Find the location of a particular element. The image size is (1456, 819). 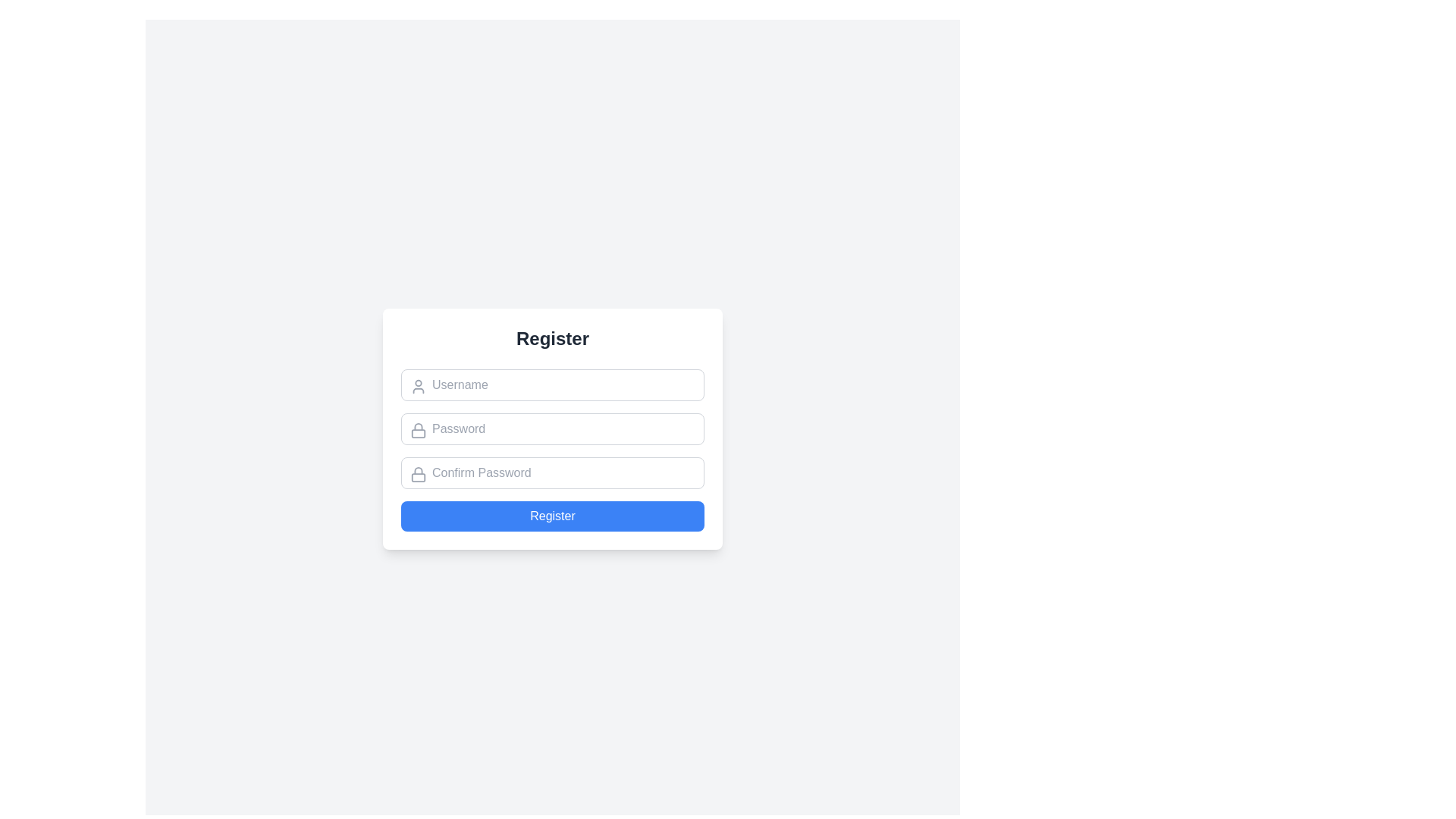

the icon indicating password input, located to the left of the 'Confirm Password' text input field on the registration form is located at coordinates (419, 473).